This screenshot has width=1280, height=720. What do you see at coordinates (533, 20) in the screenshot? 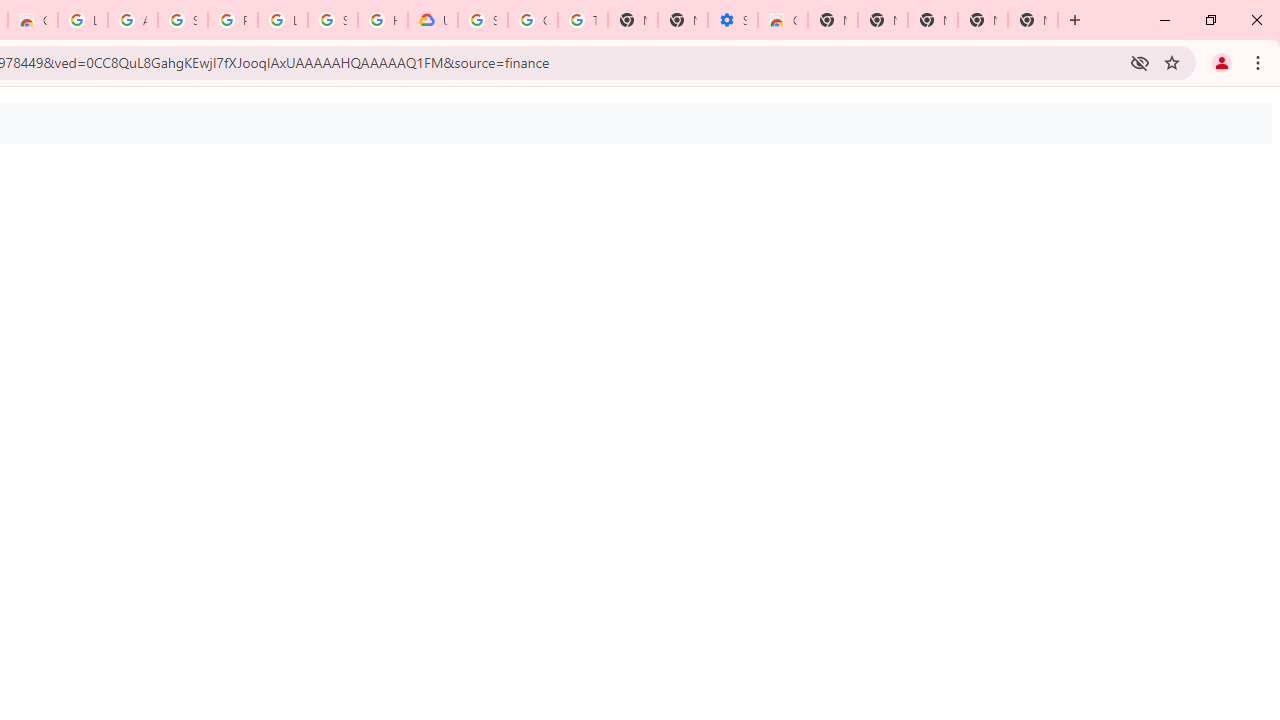
I see `'Google Account Help'` at bounding box center [533, 20].